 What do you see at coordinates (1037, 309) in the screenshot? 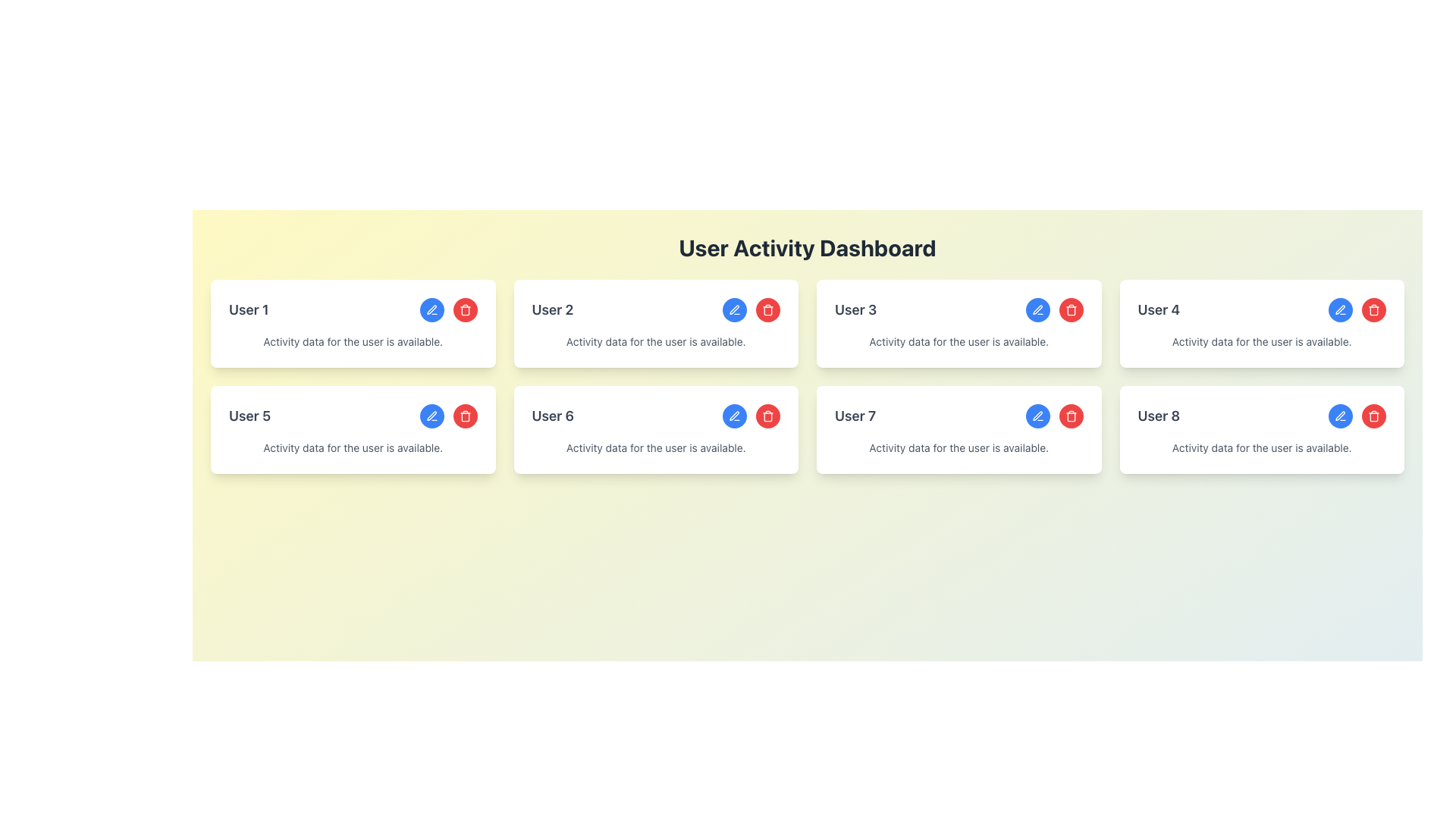
I see `the pen icon button located in the top-right corner of the 'User 6' card` at bounding box center [1037, 309].